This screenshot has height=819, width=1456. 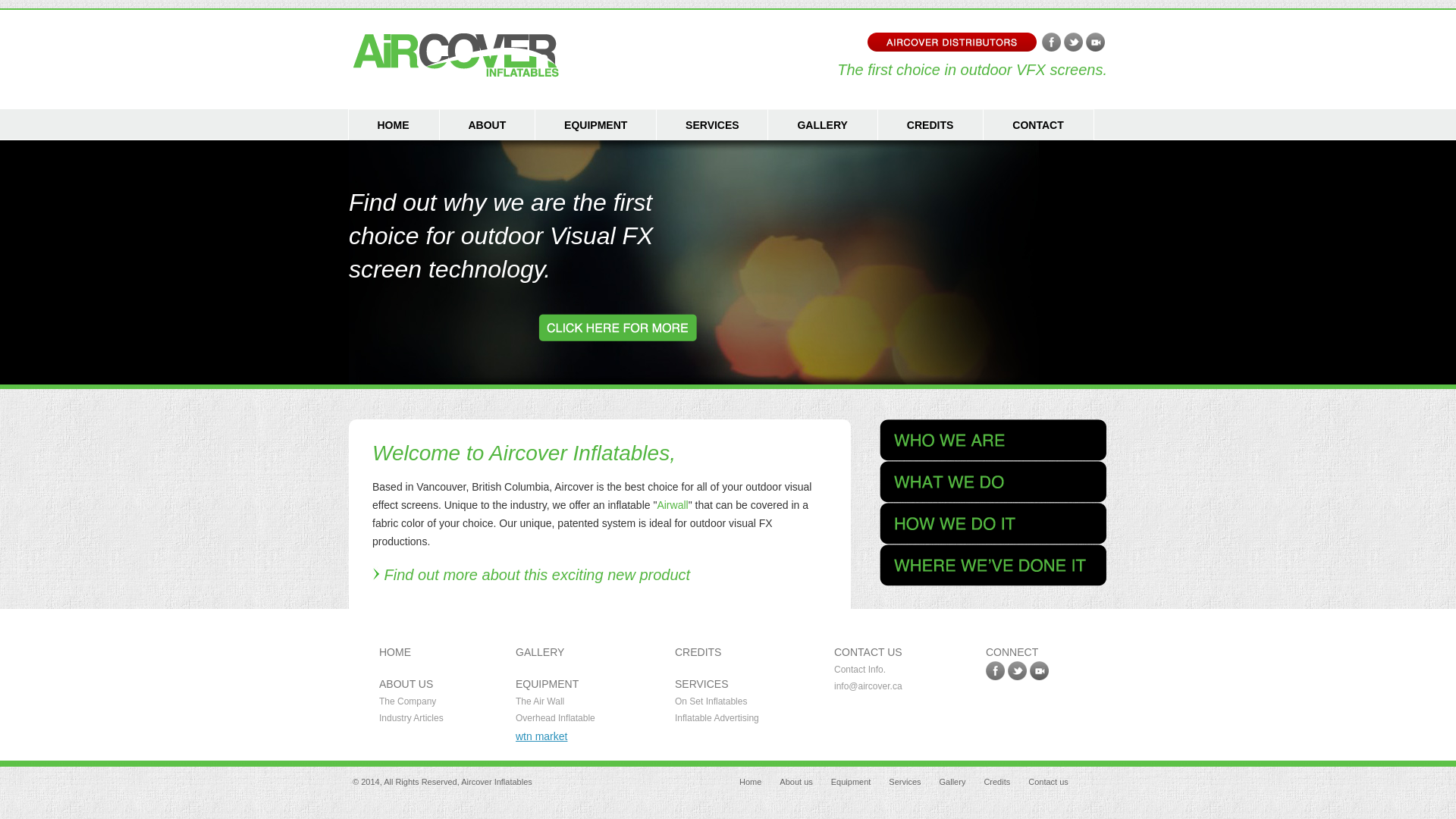 What do you see at coordinates (554, 717) in the screenshot?
I see `'Overhead Inflatable'` at bounding box center [554, 717].